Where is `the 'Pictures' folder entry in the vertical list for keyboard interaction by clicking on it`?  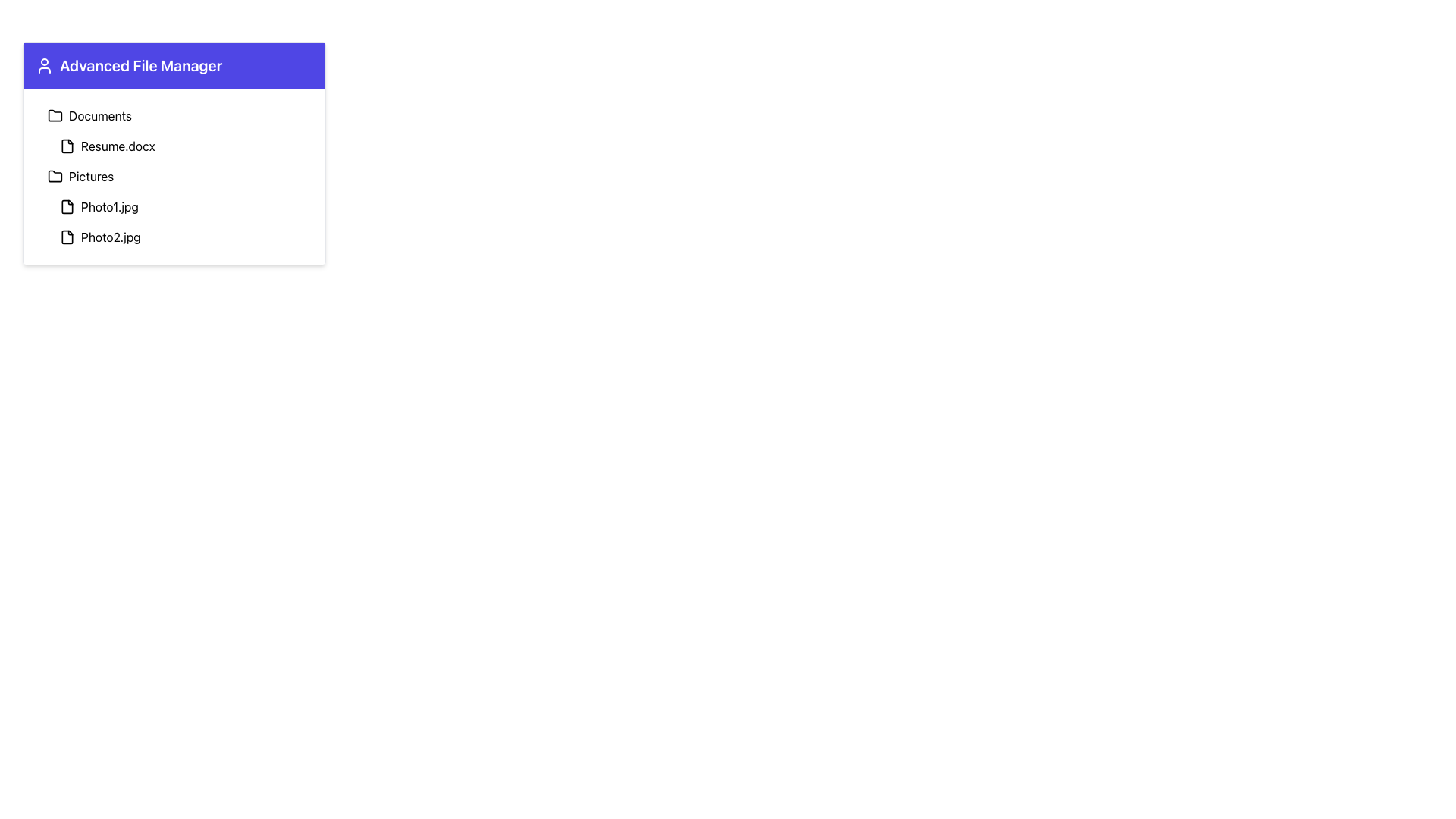 the 'Pictures' folder entry in the vertical list for keyboard interaction by clicking on it is located at coordinates (174, 175).